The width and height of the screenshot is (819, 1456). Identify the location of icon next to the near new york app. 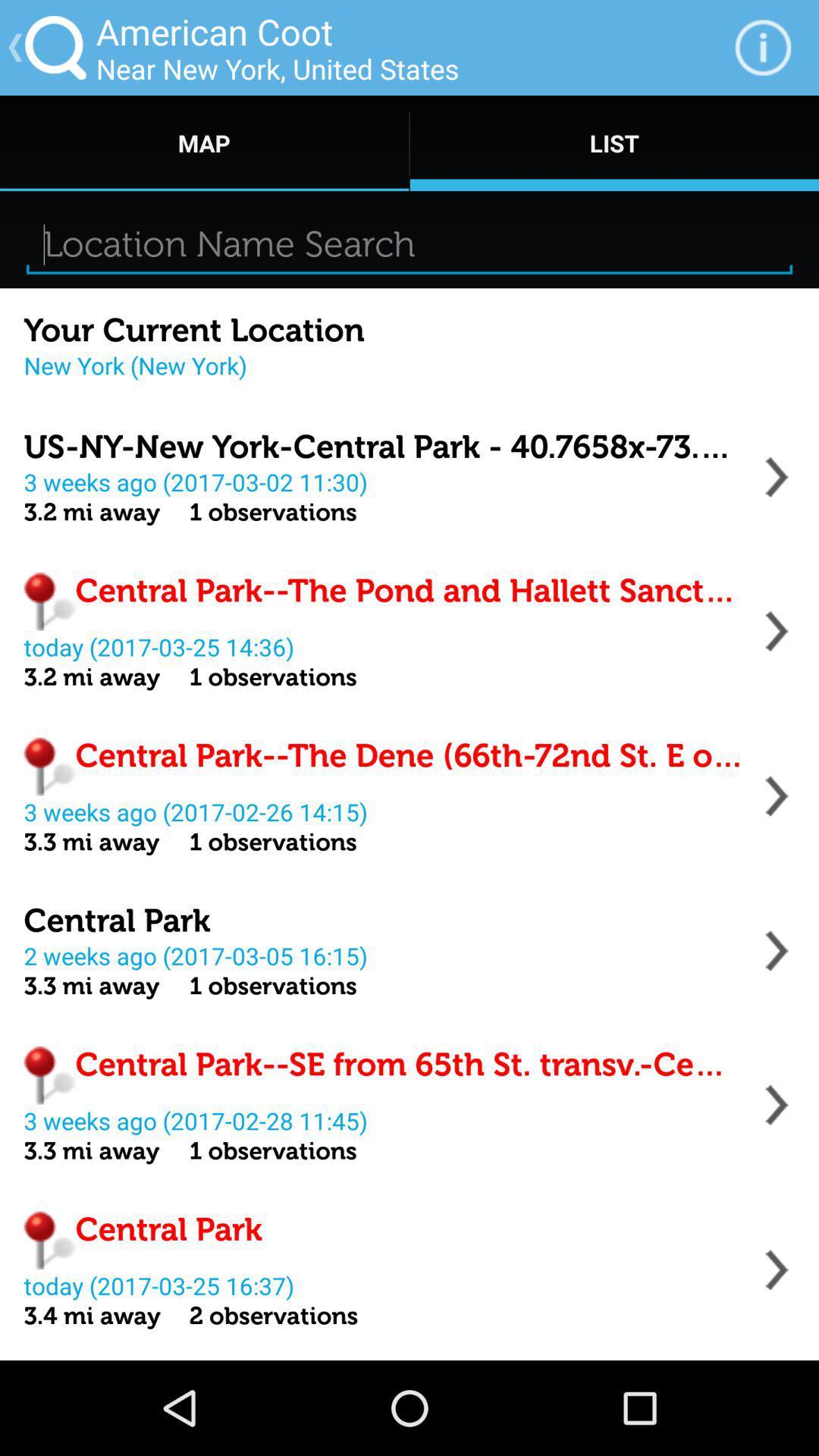
(763, 47).